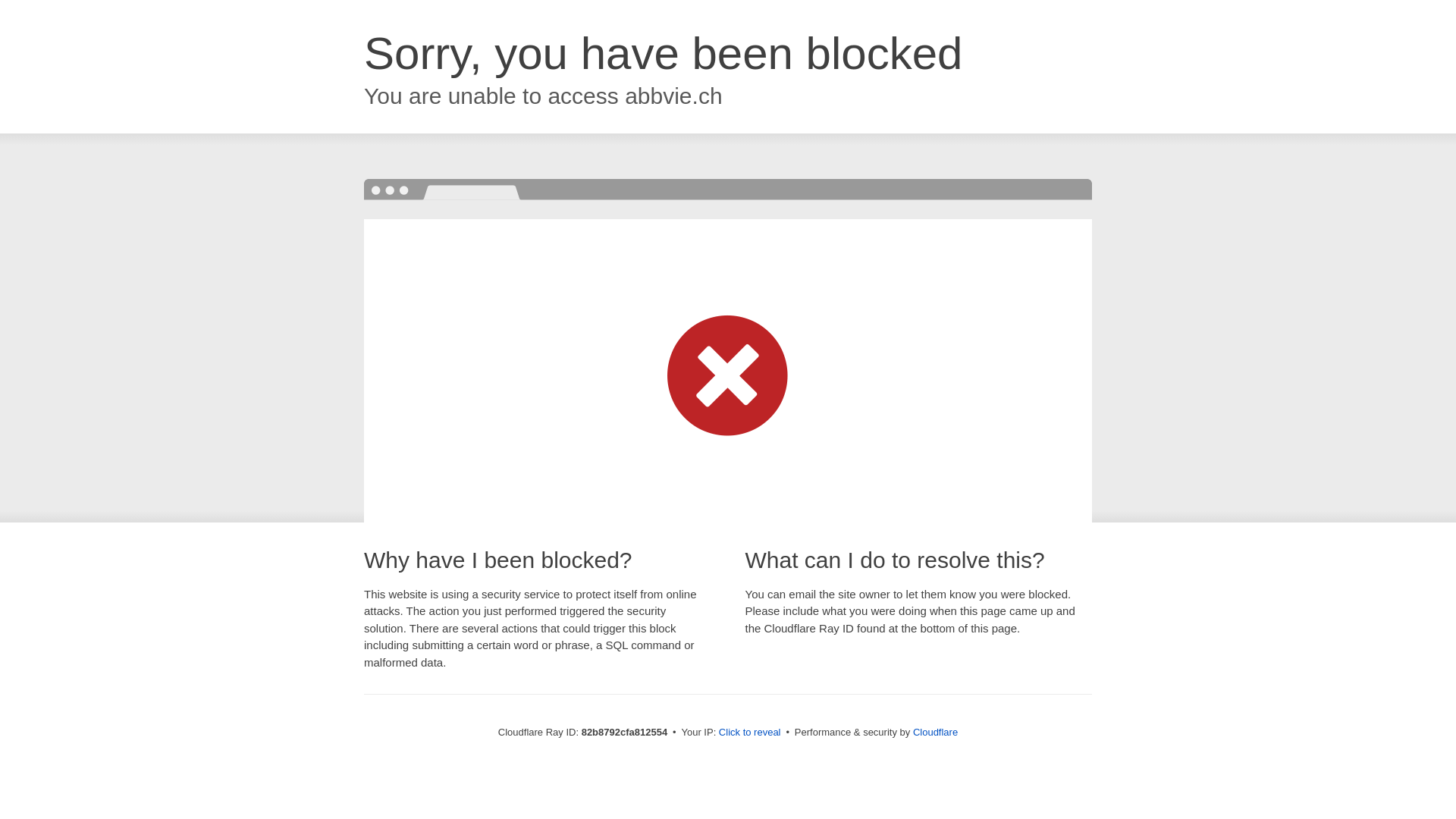  I want to click on 'Cloudflare', so click(934, 731).